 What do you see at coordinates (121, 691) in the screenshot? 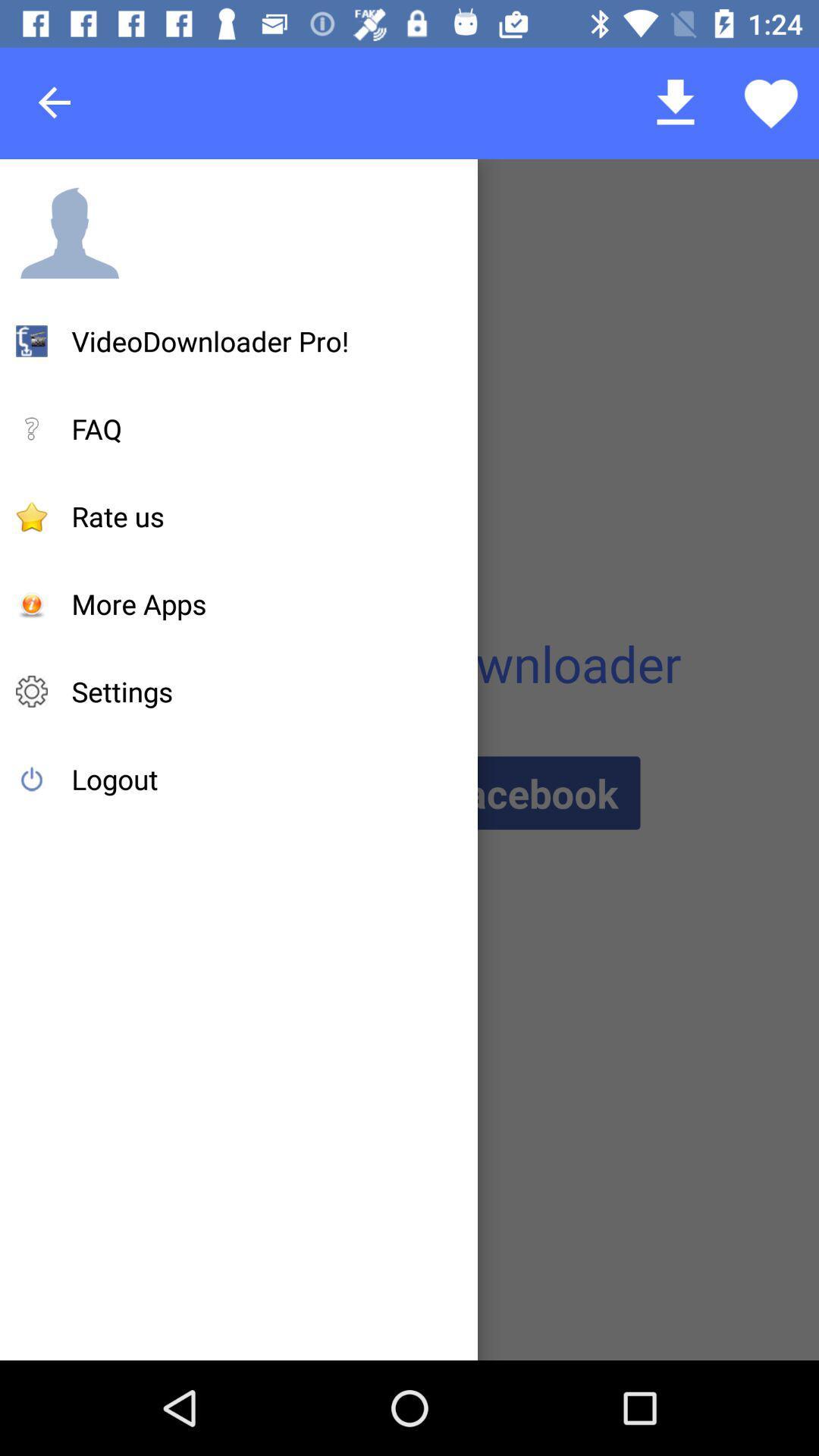
I see `settings` at bounding box center [121, 691].